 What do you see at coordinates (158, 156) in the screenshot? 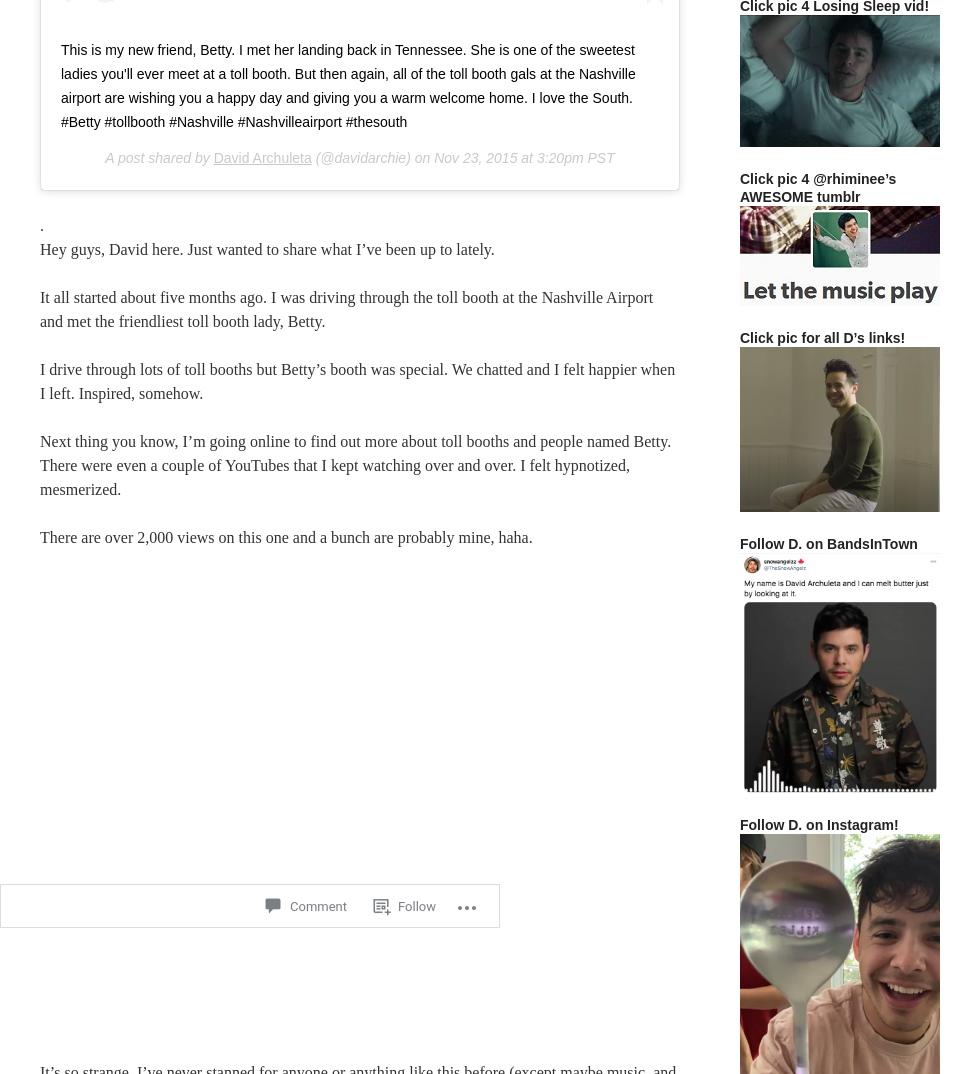
I see `'A post shared by'` at bounding box center [158, 156].